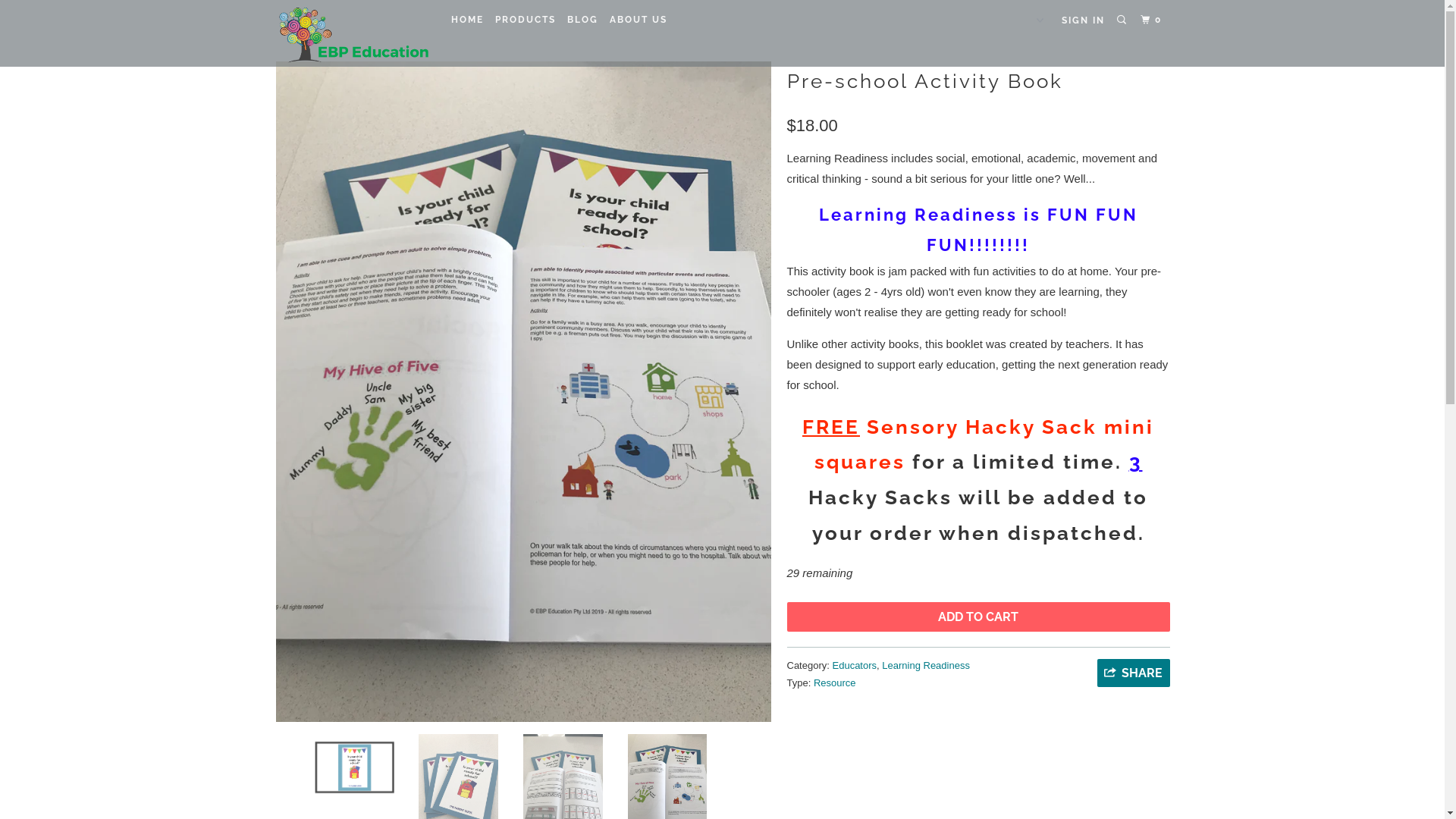  I want to click on '0', so click(1153, 20).